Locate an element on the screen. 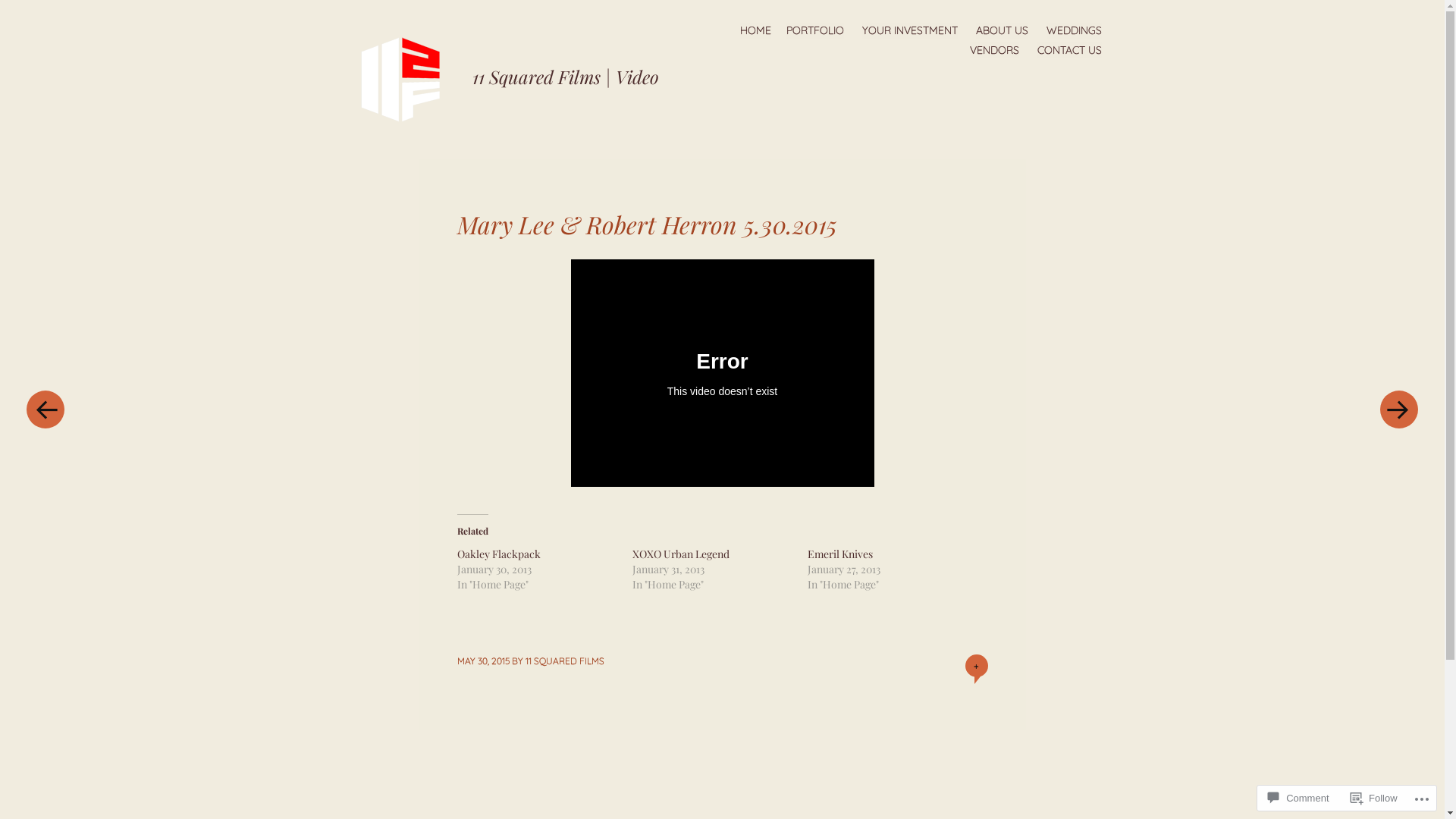  'VENDORS' is located at coordinates (968, 49).